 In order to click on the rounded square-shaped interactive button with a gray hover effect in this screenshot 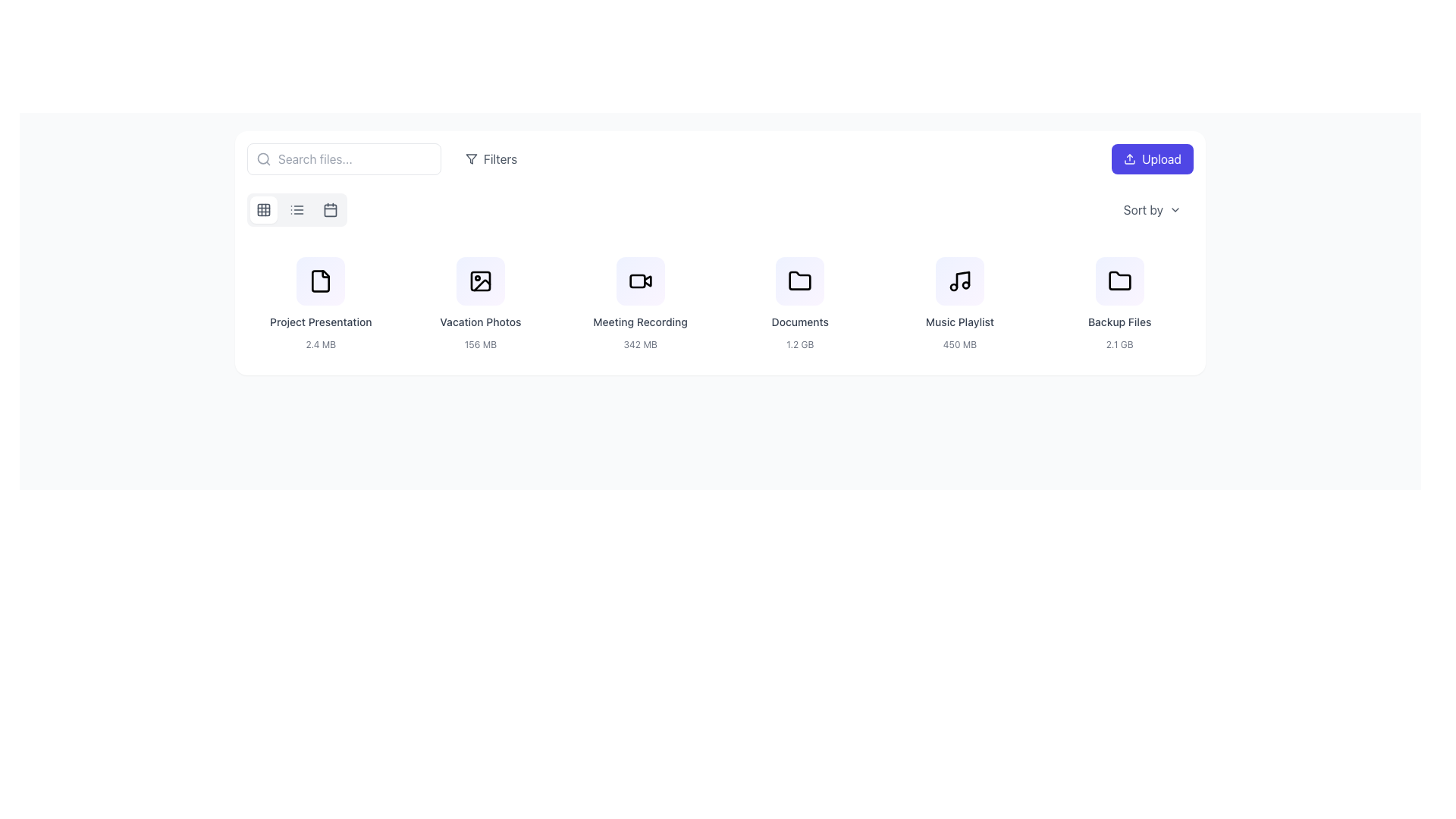, I will do `click(297, 210)`.